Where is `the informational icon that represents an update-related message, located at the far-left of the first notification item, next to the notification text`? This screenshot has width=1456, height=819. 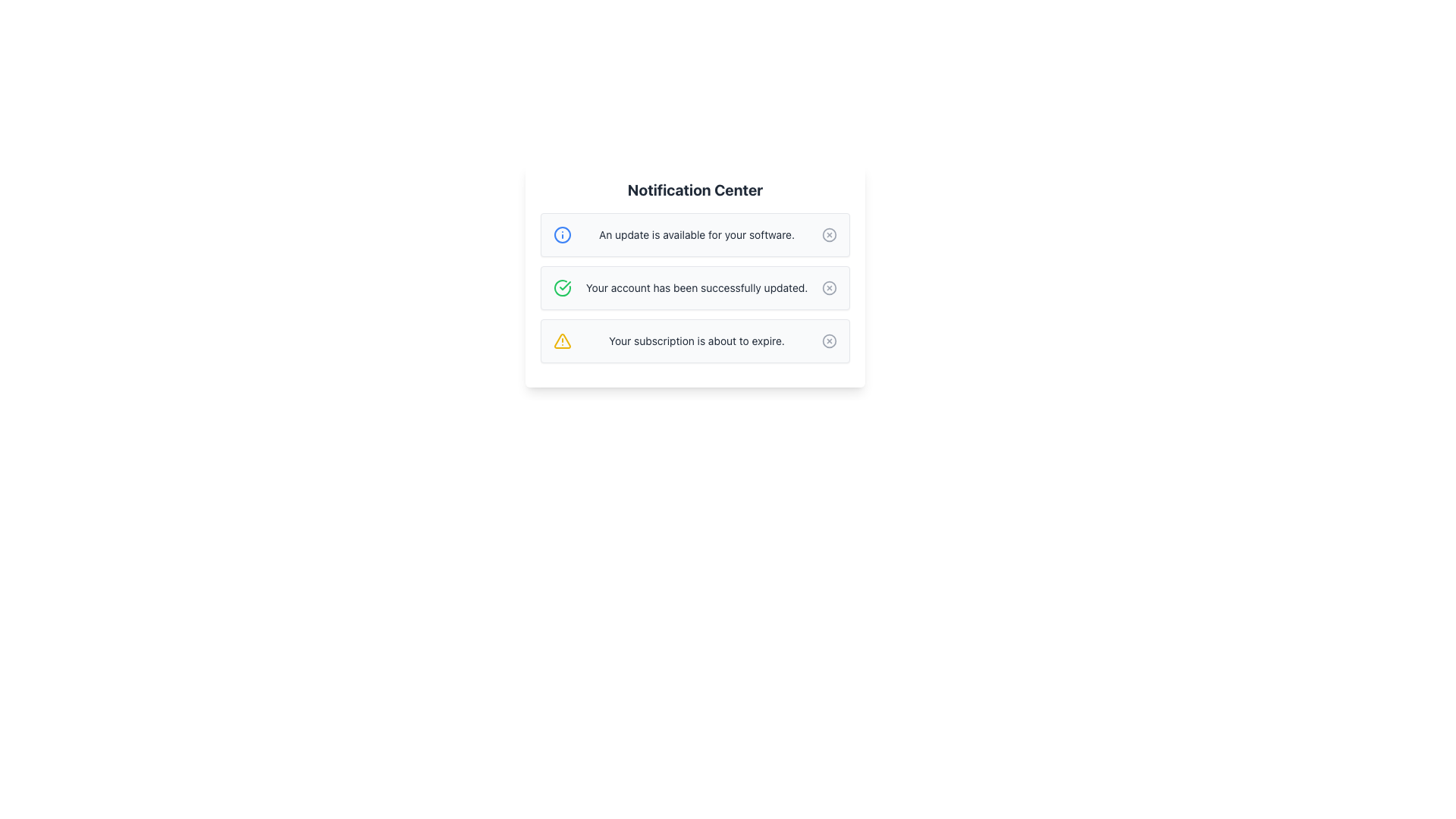 the informational icon that represents an update-related message, located at the far-left of the first notification item, next to the notification text is located at coordinates (562, 234).